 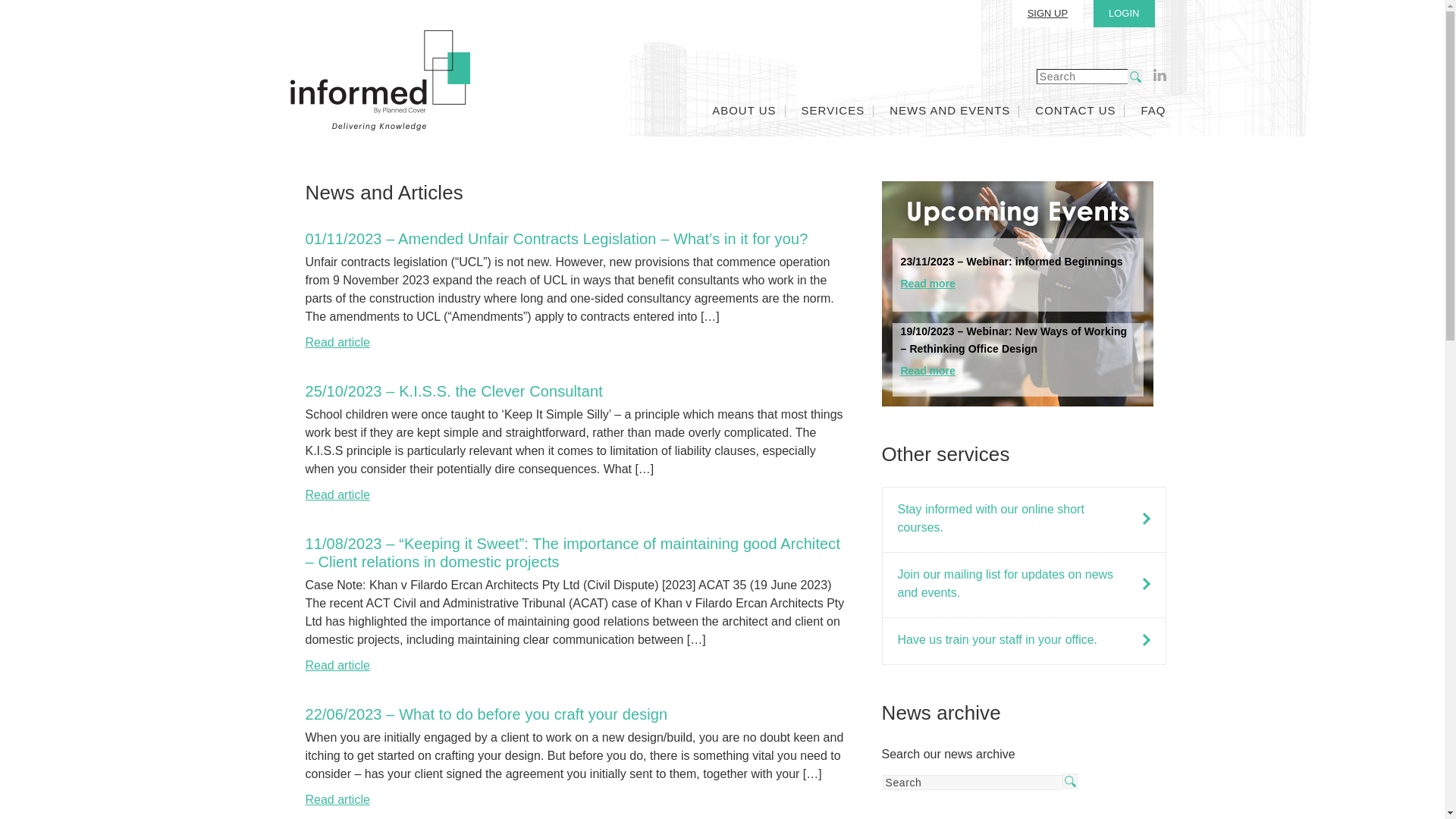 What do you see at coordinates (1135, 76) in the screenshot?
I see `'search'` at bounding box center [1135, 76].